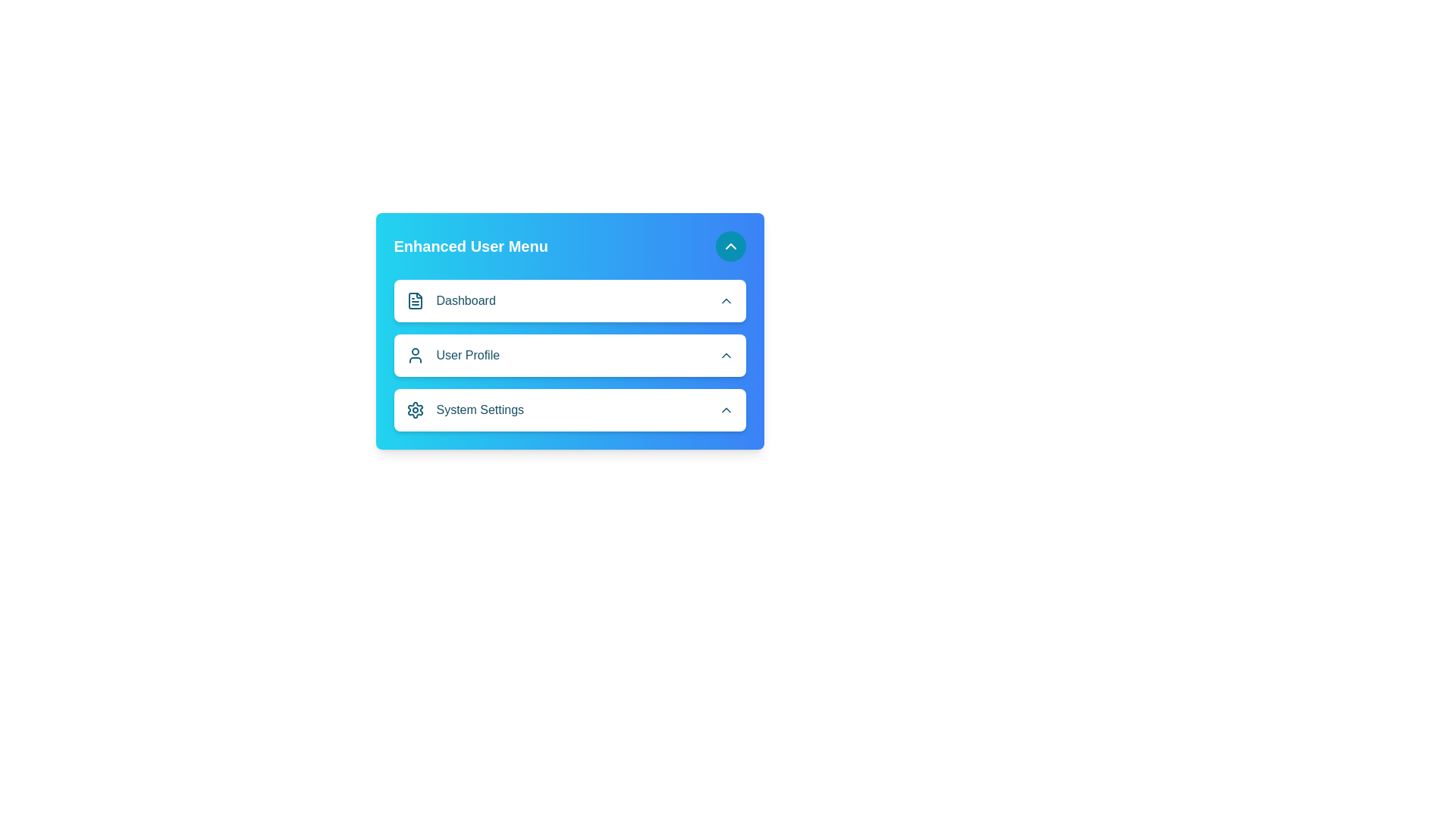 The image size is (1456, 819). Describe the element at coordinates (730, 245) in the screenshot. I see `the upward-pointing chevron icon located within the teal rounded button in the top-right corner of the 'Enhanced User Menu'` at that location.